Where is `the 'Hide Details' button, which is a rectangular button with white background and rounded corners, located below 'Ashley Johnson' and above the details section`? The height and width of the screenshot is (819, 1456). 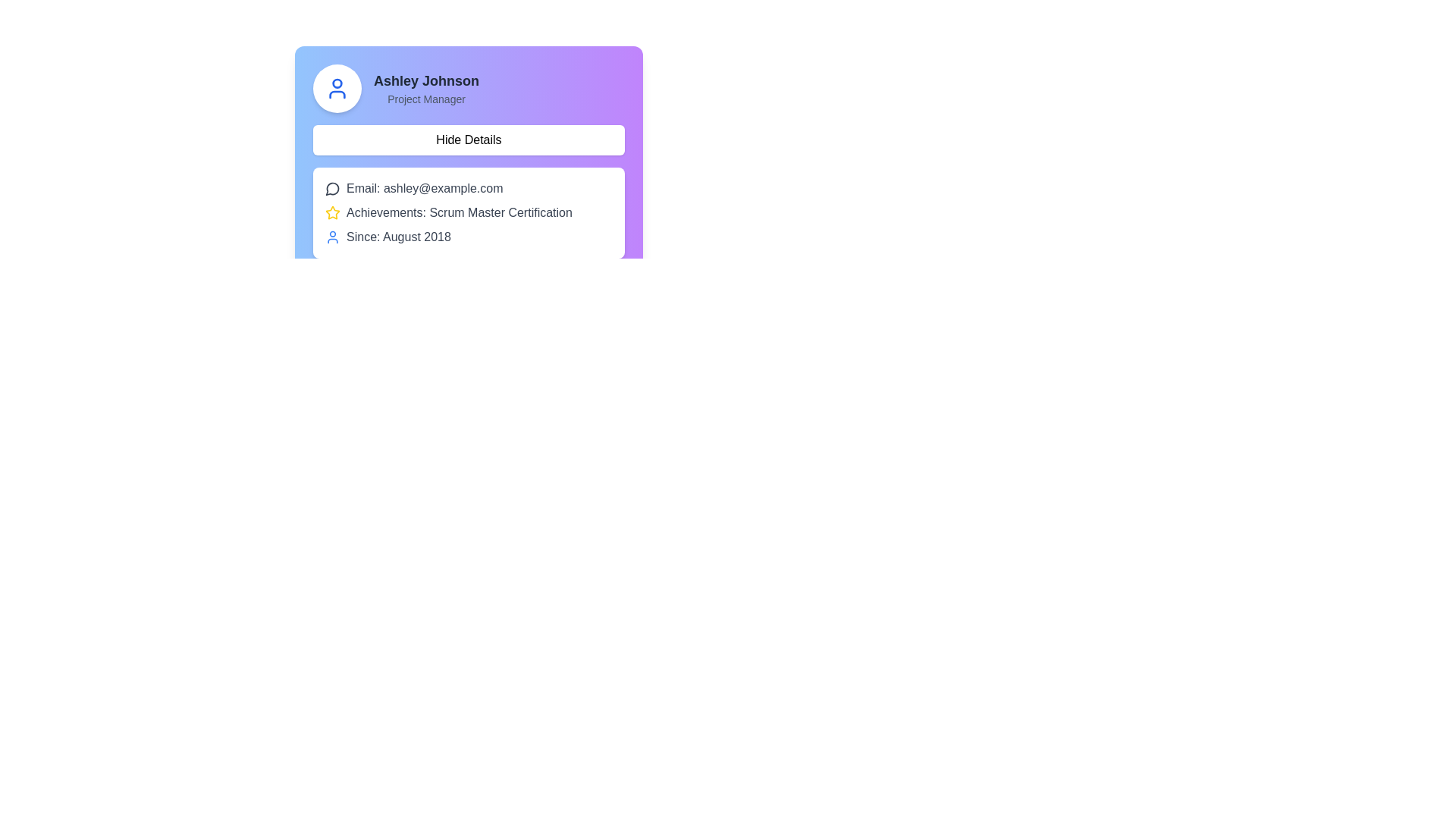 the 'Hide Details' button, which is a rectangular button with white background and rounded corners, located below 'Ashley Johnson' and above the details section is located at coordinates (468, 140).